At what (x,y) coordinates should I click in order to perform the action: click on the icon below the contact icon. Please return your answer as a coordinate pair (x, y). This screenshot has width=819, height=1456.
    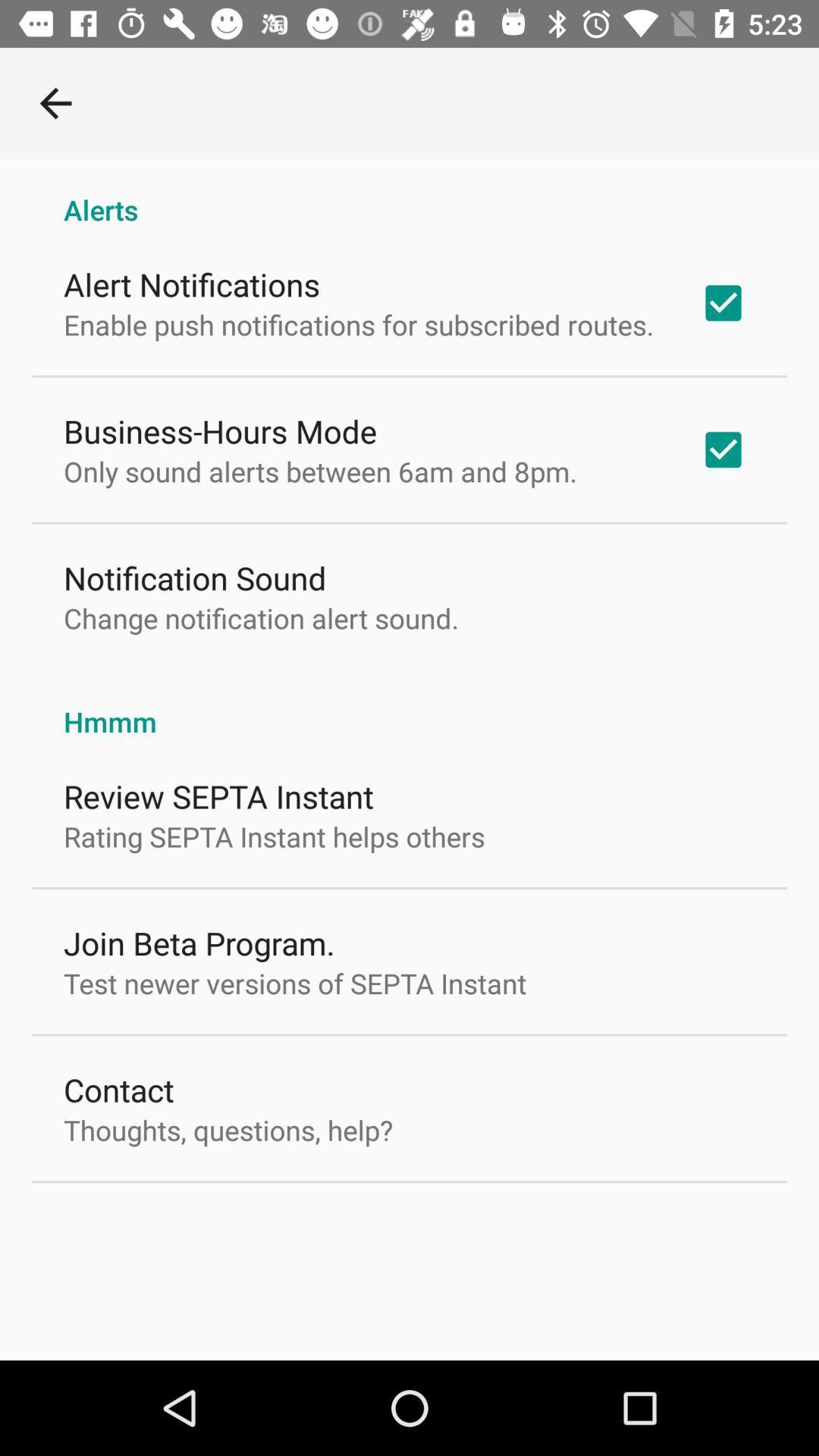
    Looking at the image, I should click on (228, 1130).